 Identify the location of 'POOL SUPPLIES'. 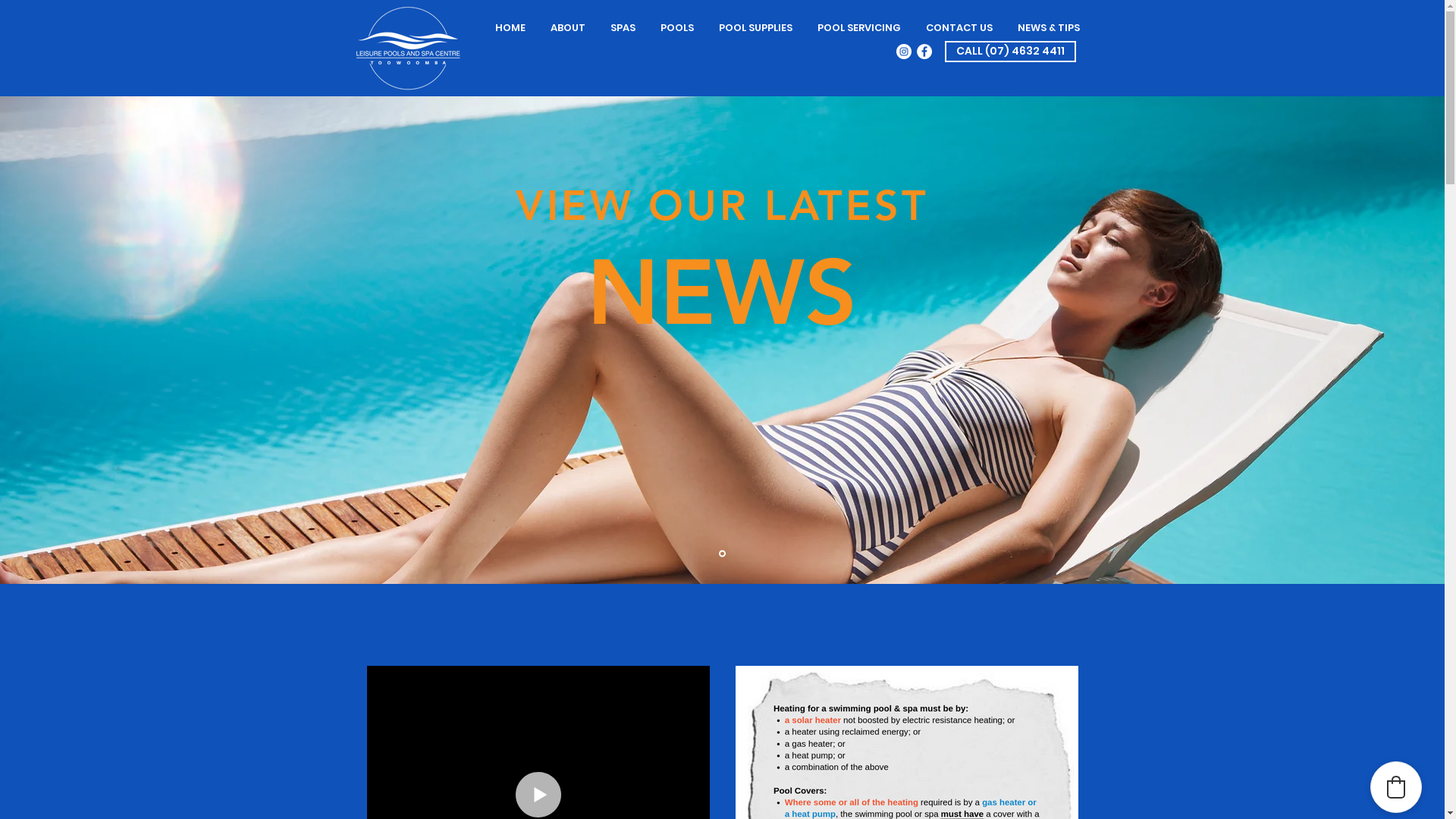
(756, 27).